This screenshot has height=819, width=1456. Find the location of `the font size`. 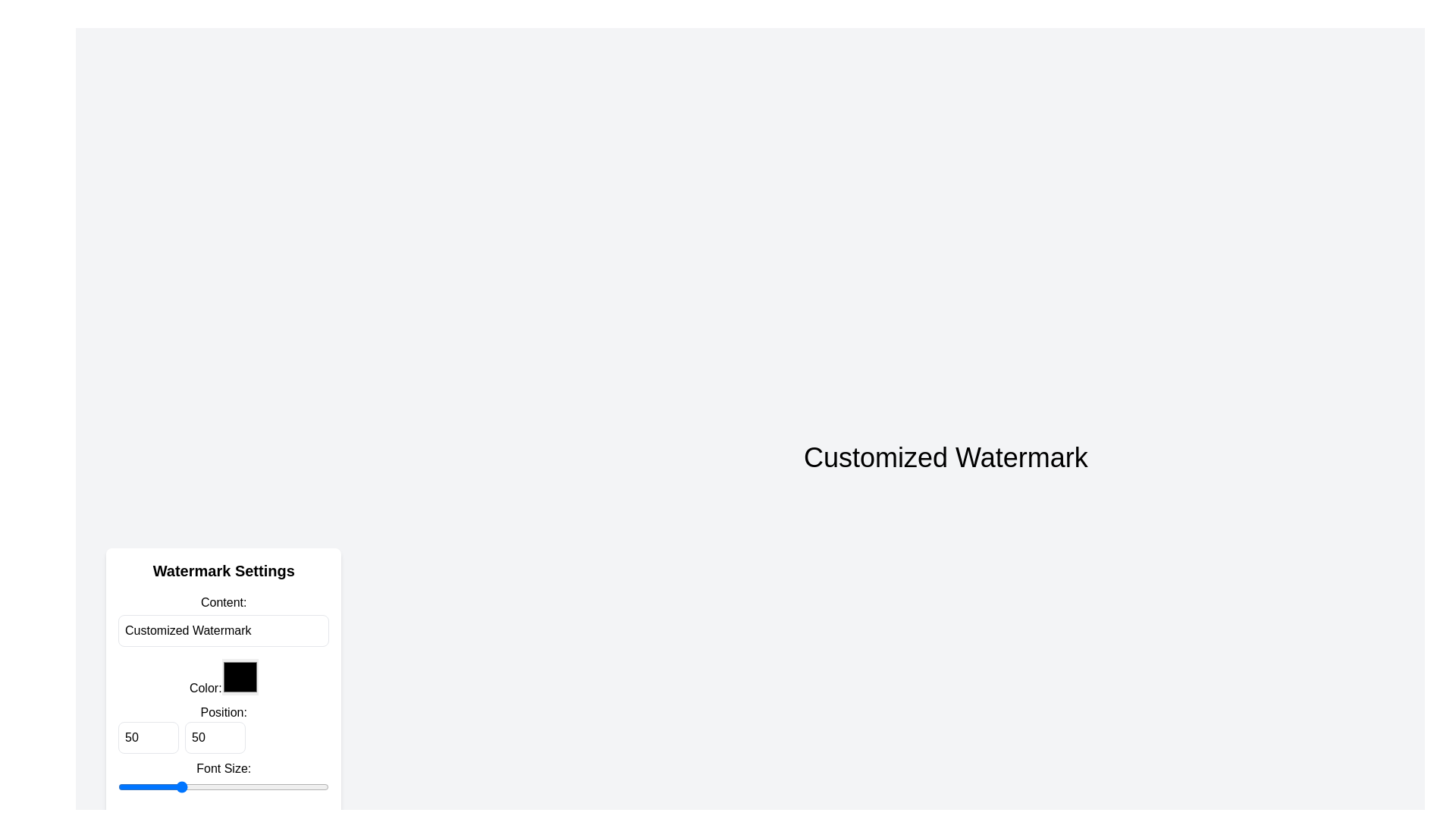

the font size is located at coordinates (246, 786).